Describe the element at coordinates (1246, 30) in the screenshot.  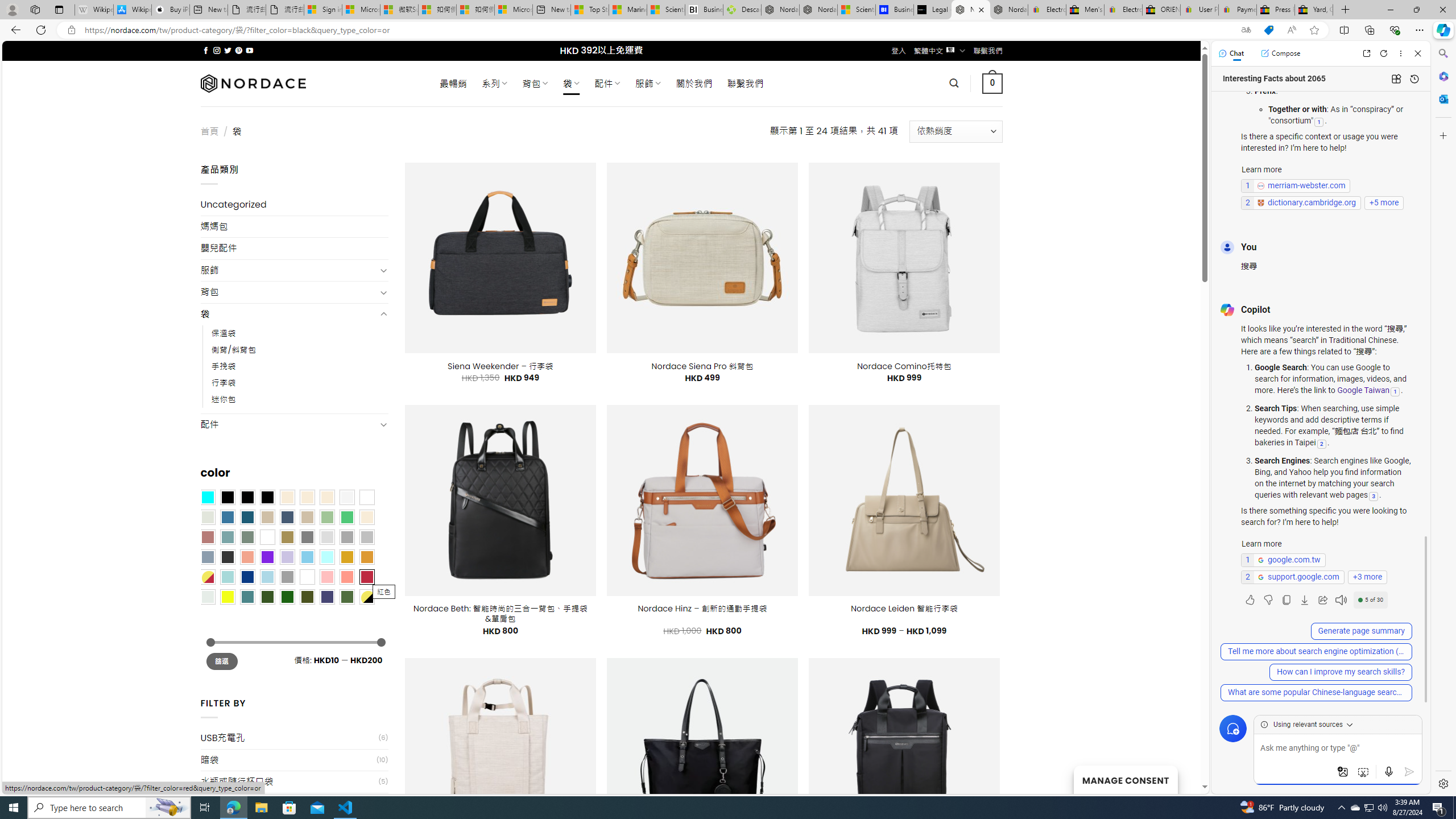
I see `'Show translate options'` at that location.